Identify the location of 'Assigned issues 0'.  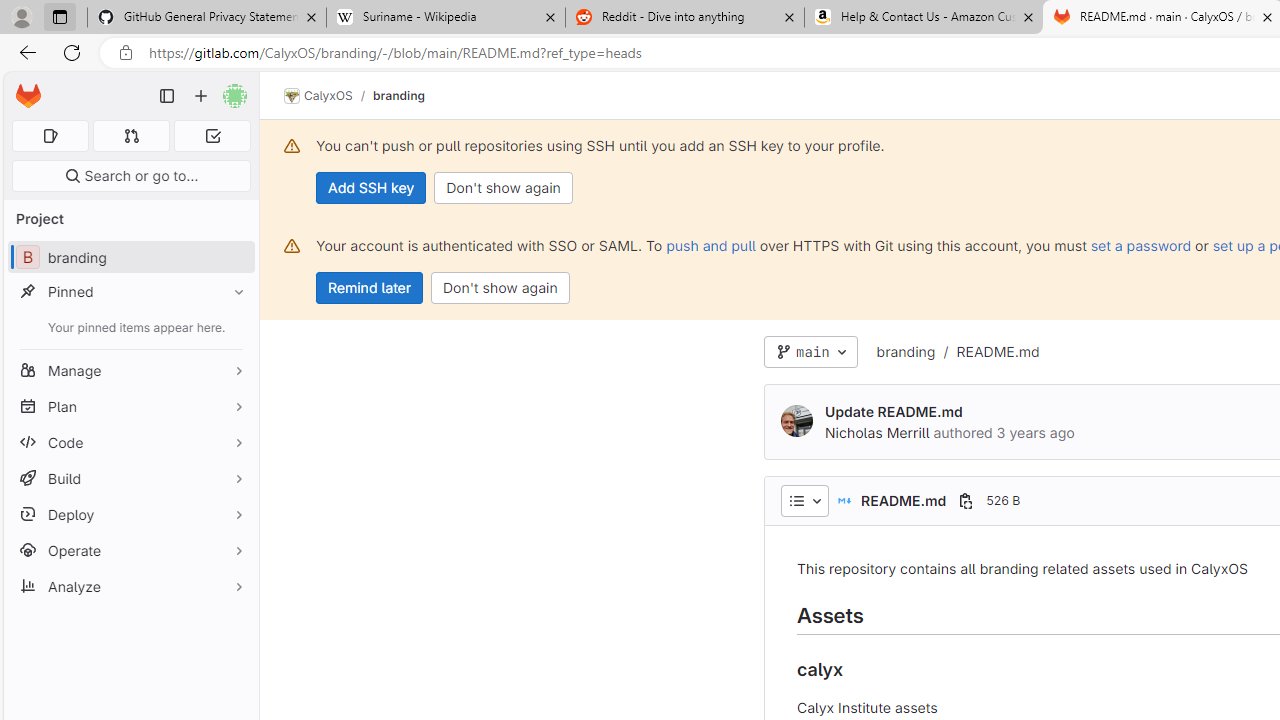
(50, 135).